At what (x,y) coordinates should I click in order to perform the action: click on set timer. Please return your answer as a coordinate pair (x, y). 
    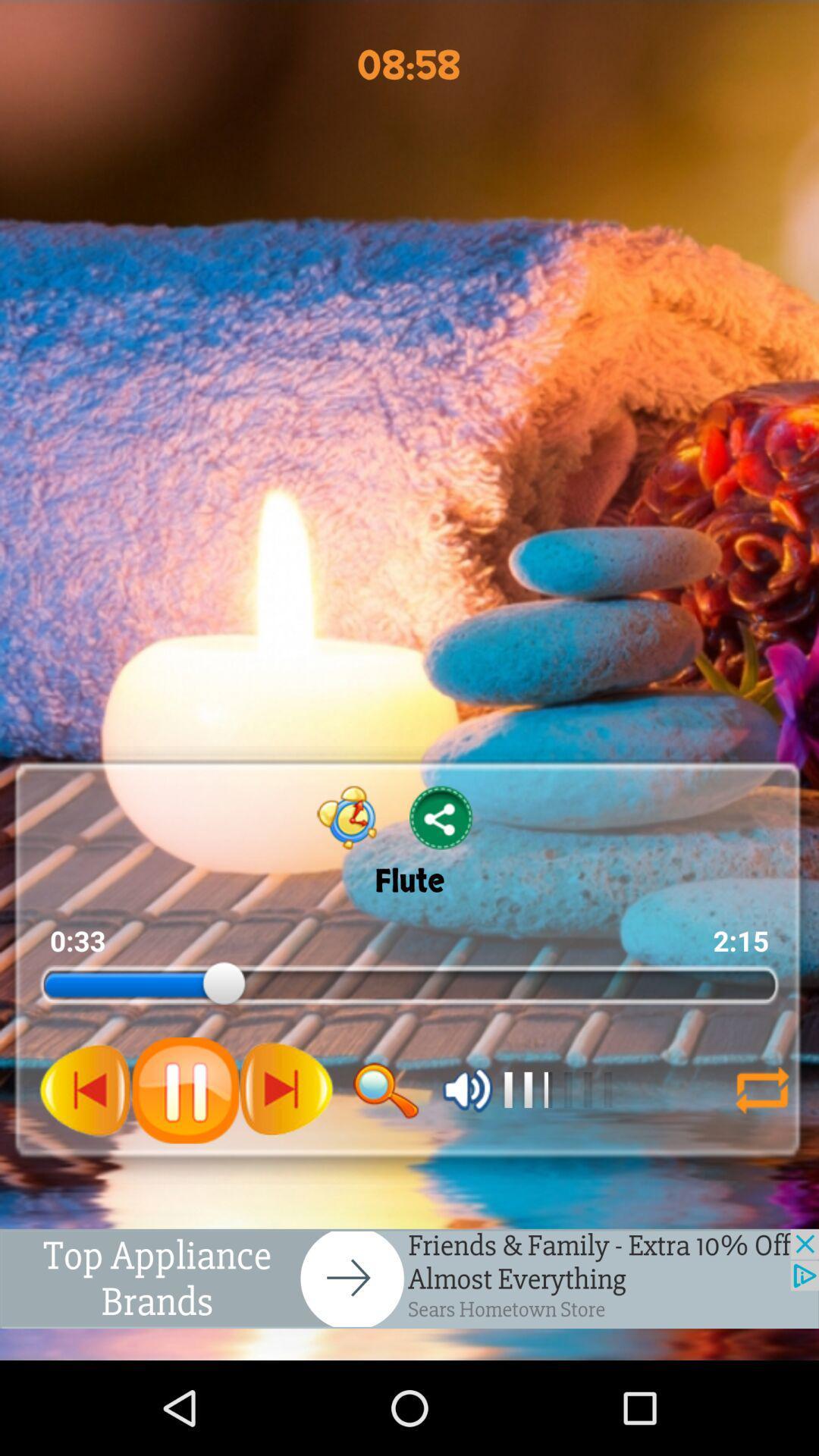
    Looking at the image, I should click on (347, 817).